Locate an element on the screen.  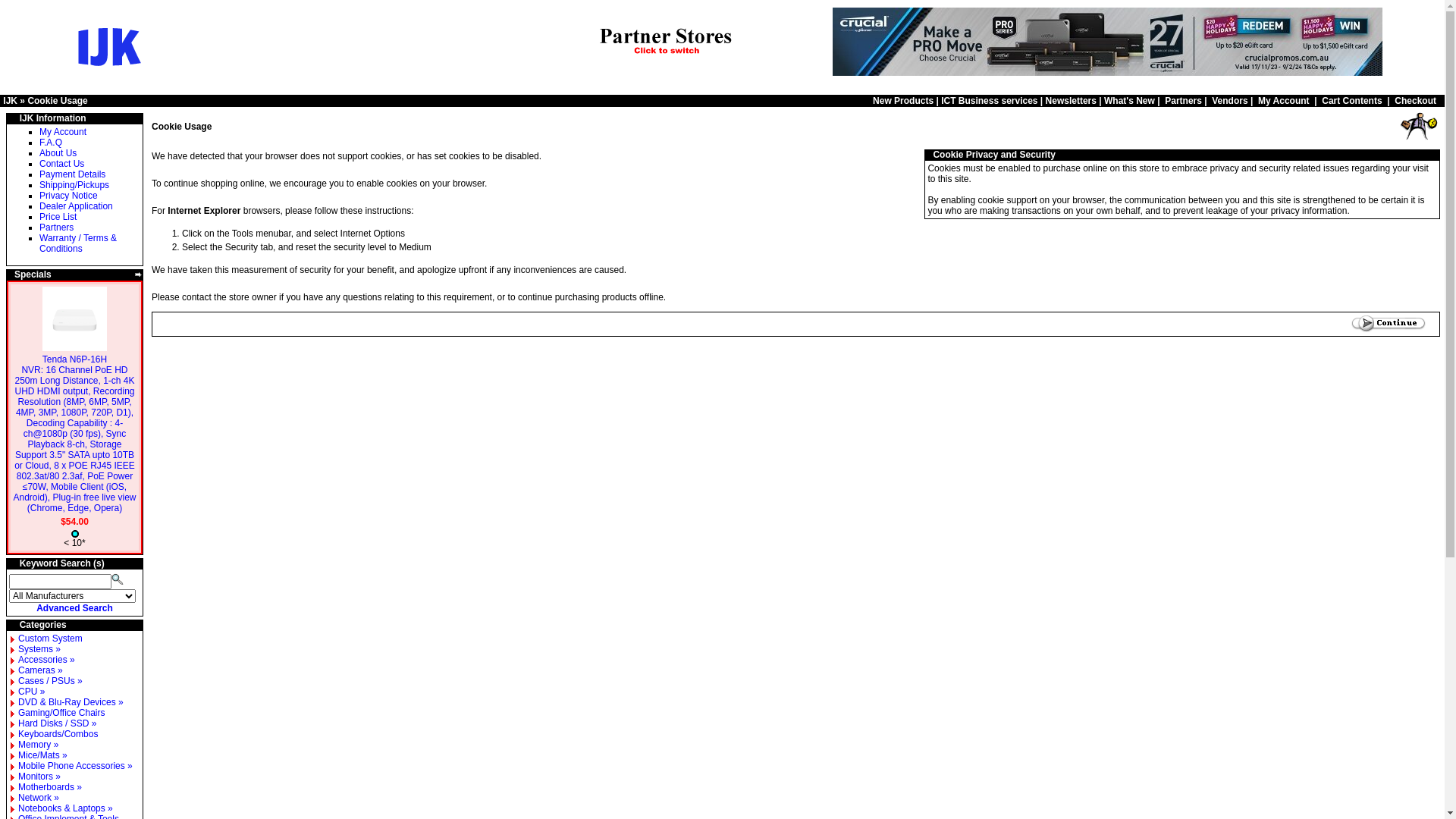
' Continue ' is located at coordinates (1388, 323).